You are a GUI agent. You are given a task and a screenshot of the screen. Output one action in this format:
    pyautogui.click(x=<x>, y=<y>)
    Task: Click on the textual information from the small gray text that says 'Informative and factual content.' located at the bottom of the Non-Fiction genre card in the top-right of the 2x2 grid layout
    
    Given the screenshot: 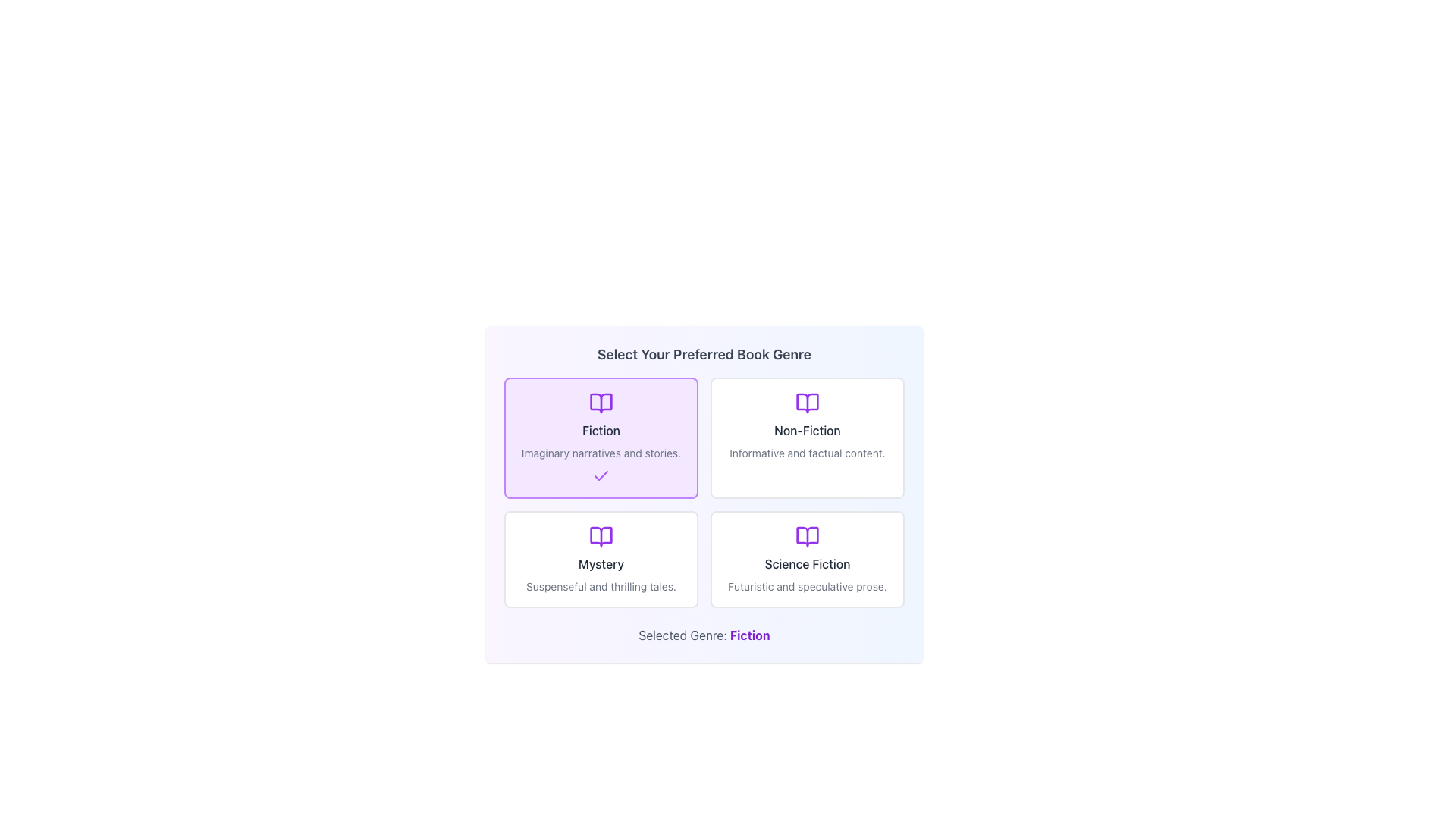 What is the action you would take?
    pyautogui.click(x=807, y=452)
    